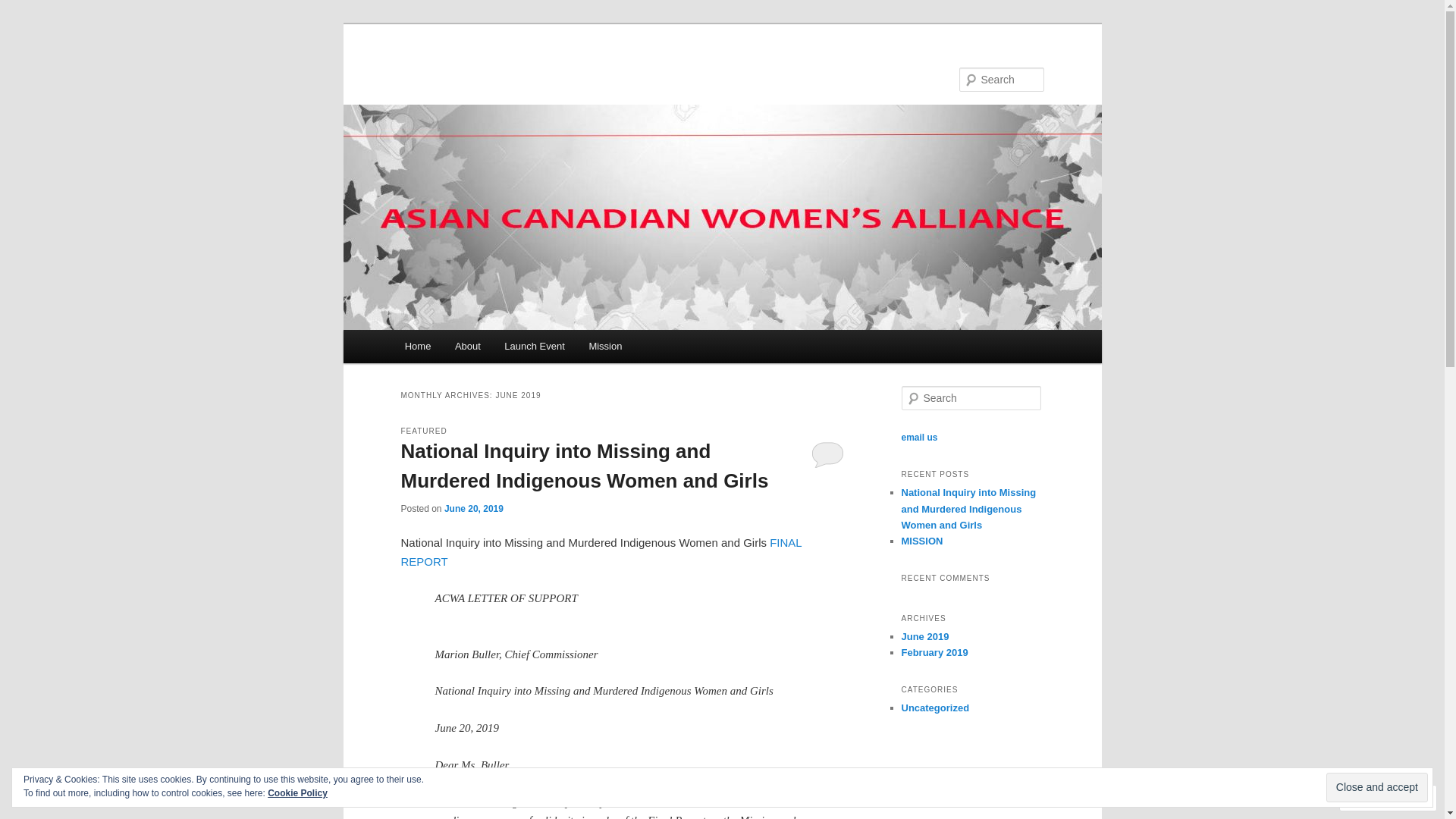  What do you see at coordinates (901, 438) in the screenshot?
I see `'email us'` at bounding box center [901, 438].